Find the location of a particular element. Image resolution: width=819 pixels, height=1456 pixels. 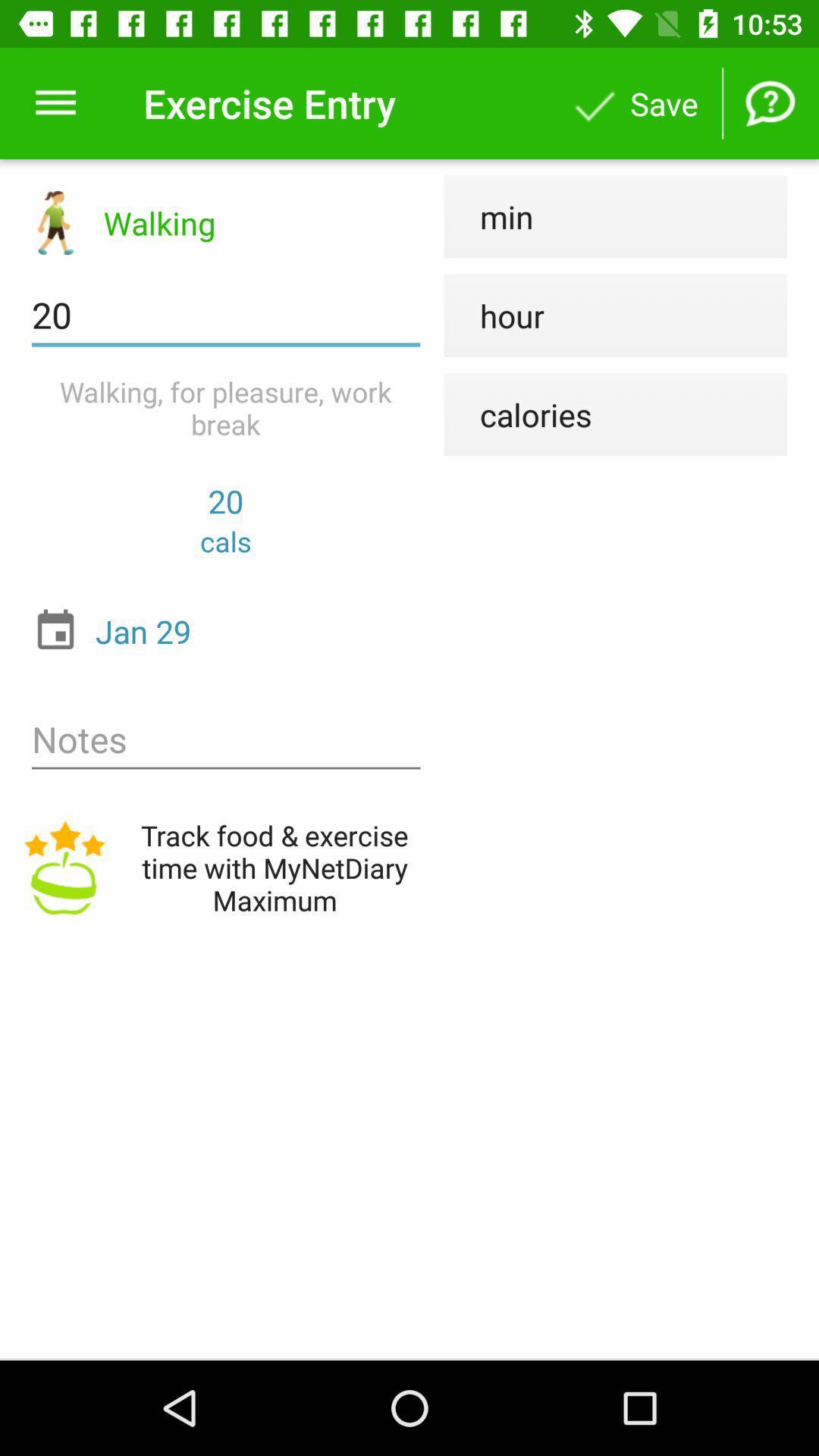

calories item is located at coordinates (517, 414).